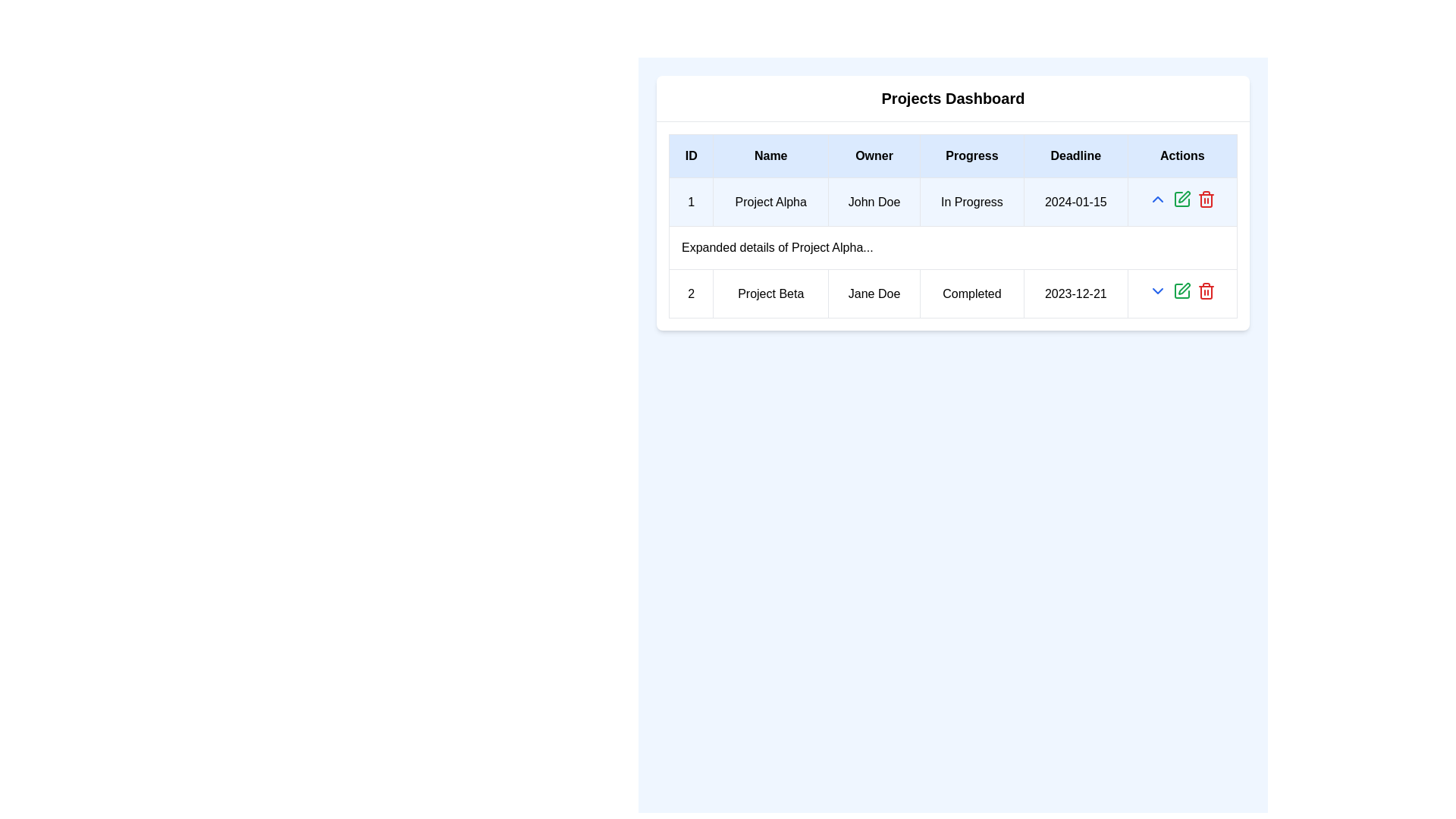 The width and height of the screenshot is (1456, 819). What do you see at coordinates (952, 99) in the screenshot?
I see `the heading element located at the top of the project dashboard card, which contextualizes the content below` at bounding box center [952, 99].